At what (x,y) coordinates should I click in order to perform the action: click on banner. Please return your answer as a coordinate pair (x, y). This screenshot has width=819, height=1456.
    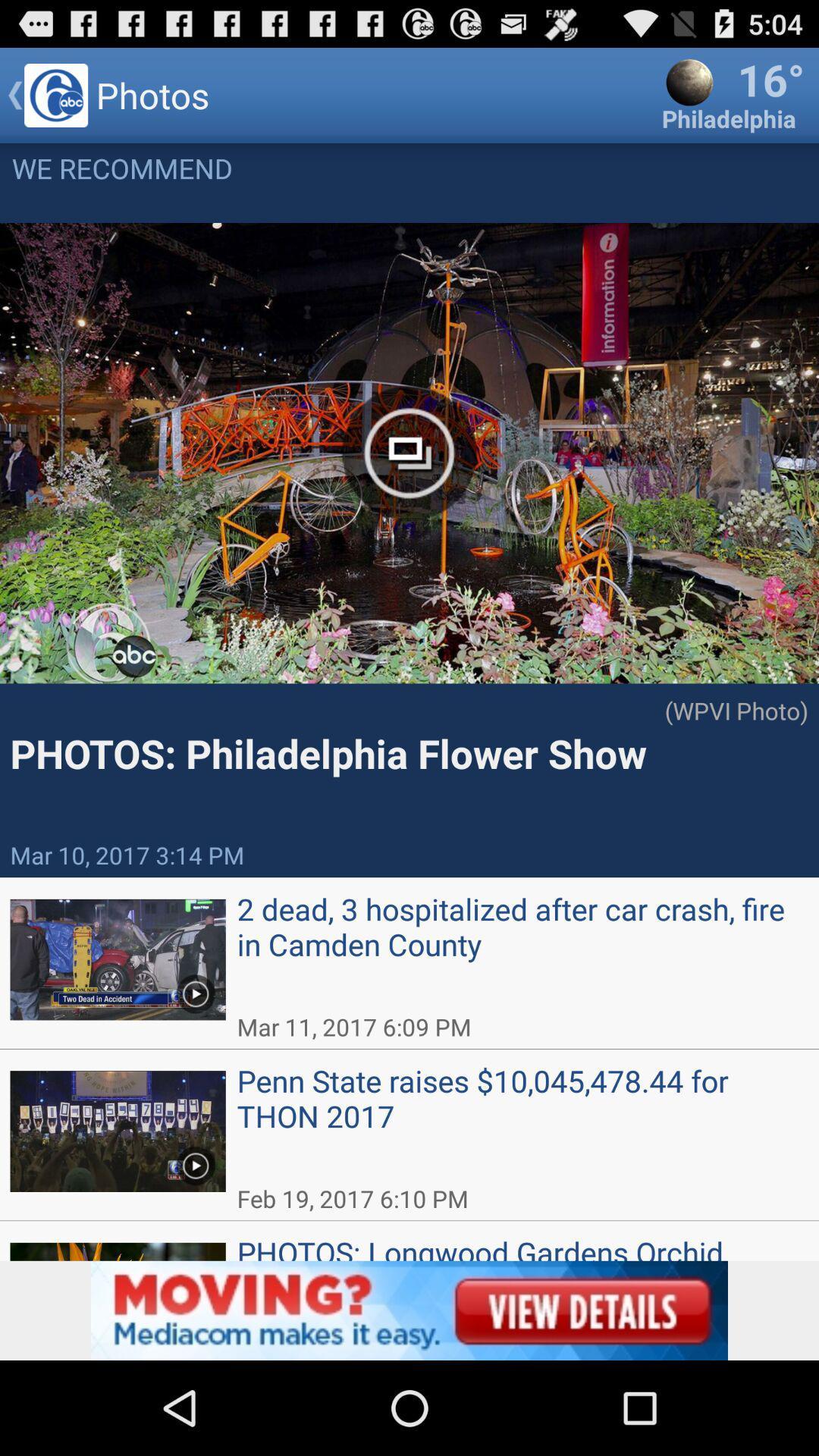
    Looking at the image, I should click on (409, 1310).